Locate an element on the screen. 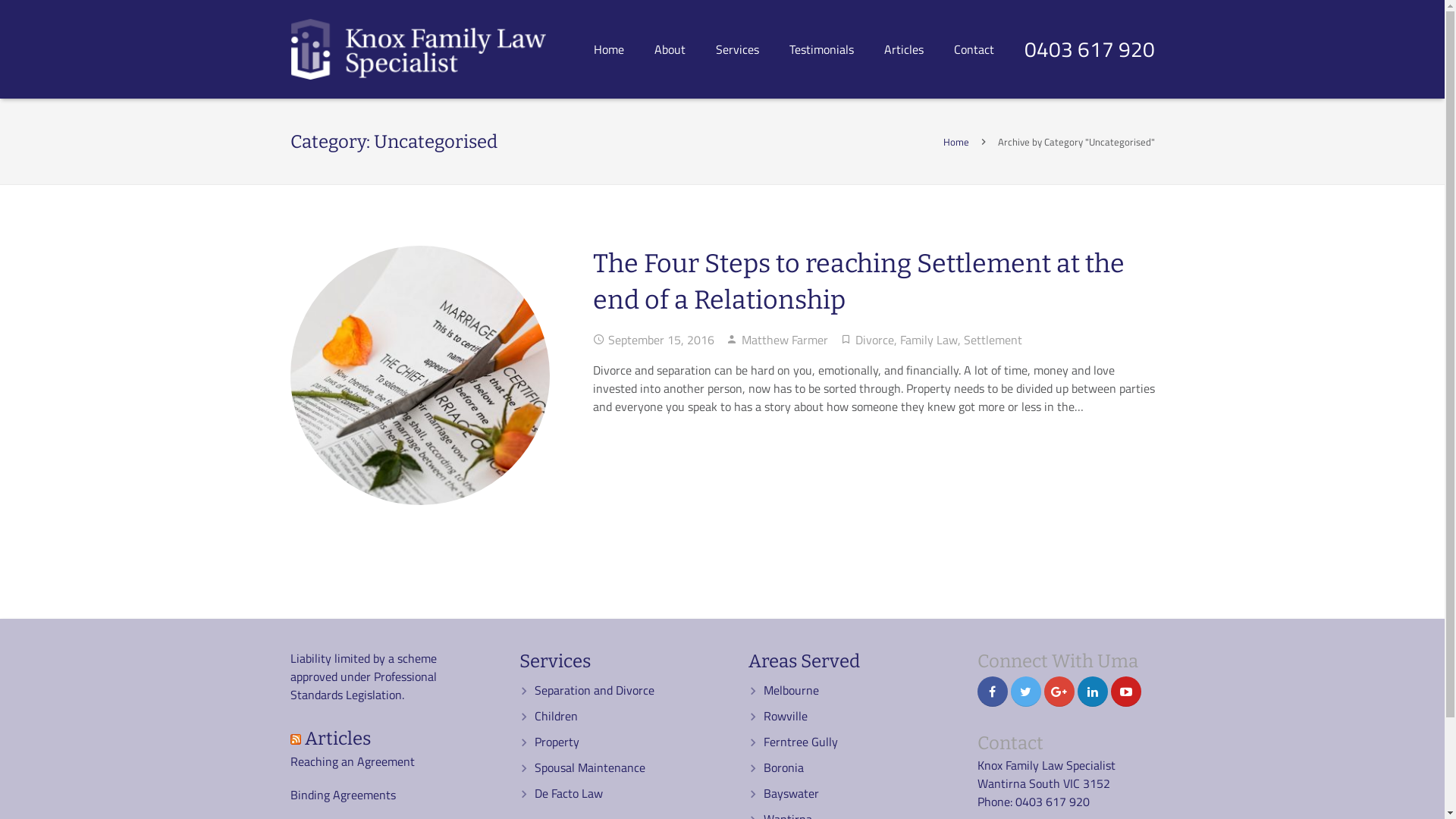 This screenshot has height=819, width=1456. 'Family Law' is located at coordinates (927, 338).